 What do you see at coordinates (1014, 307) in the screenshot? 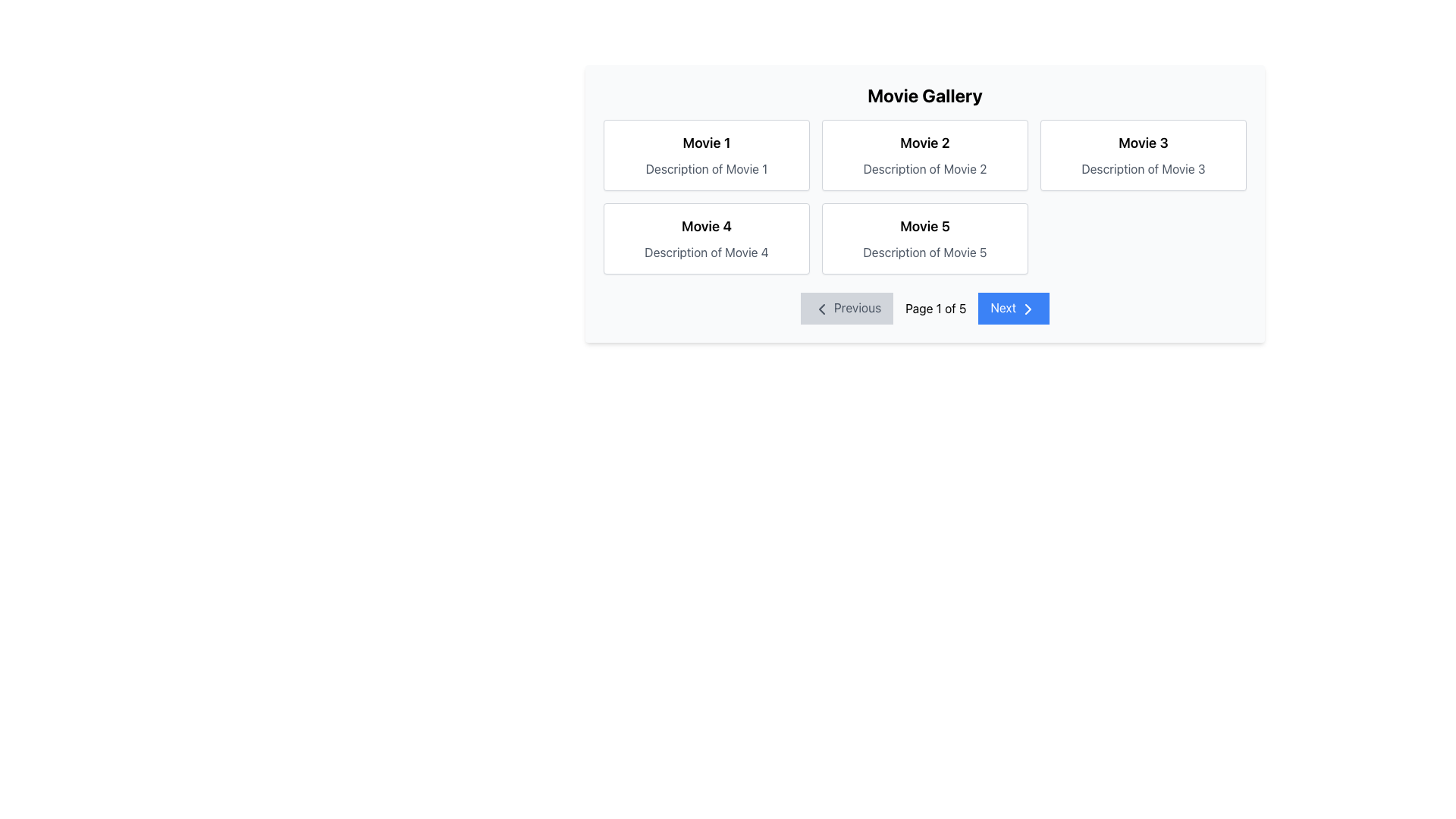
I see `the 'Next' button, which is a rectangular button with a blue background and white text located on the right side of the navigation bar` at bounding box center [1014, 307].